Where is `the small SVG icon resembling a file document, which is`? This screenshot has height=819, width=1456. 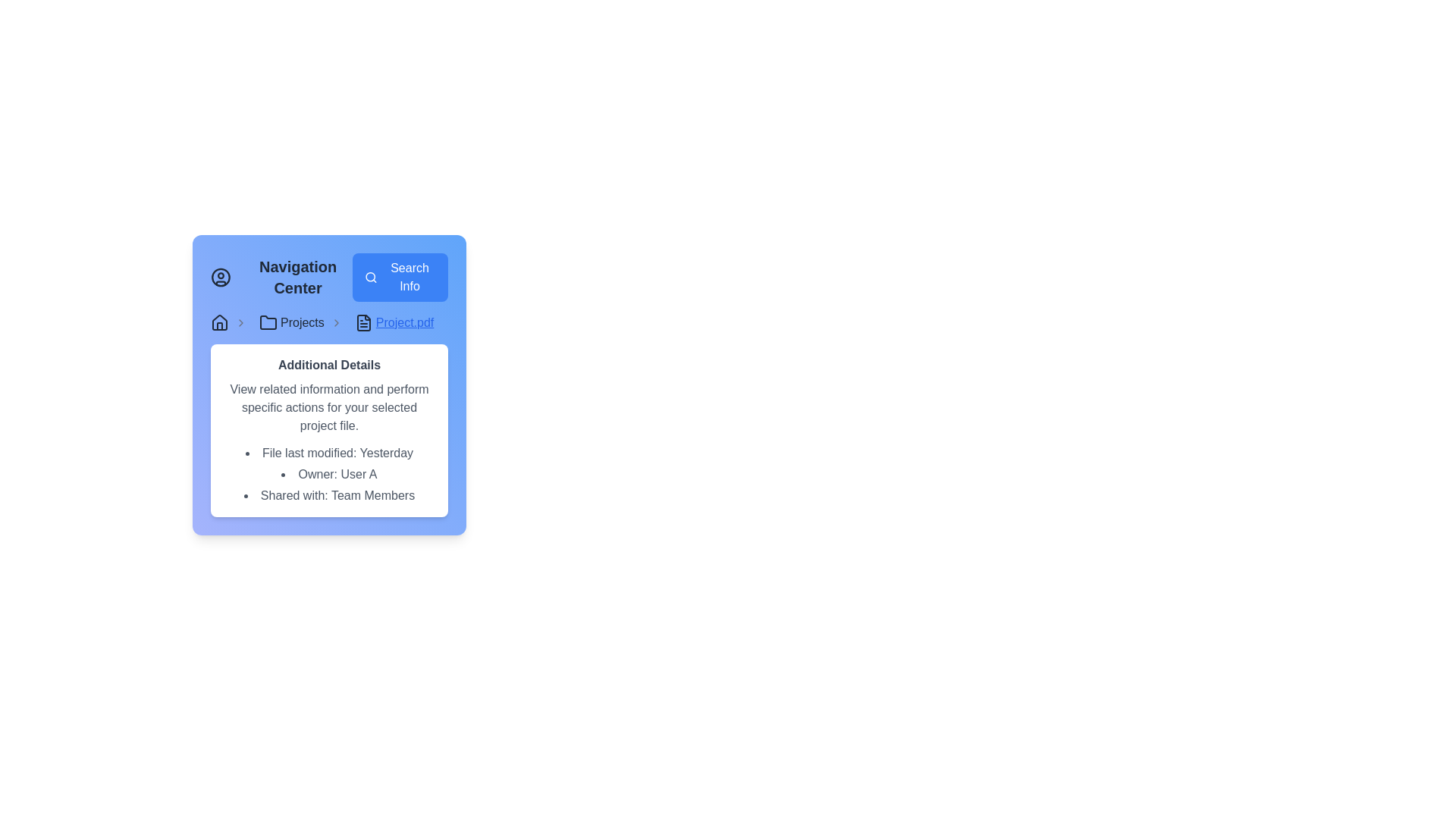
the small SVG icon resembling a file document, which is is located at coordinates (362, 322).